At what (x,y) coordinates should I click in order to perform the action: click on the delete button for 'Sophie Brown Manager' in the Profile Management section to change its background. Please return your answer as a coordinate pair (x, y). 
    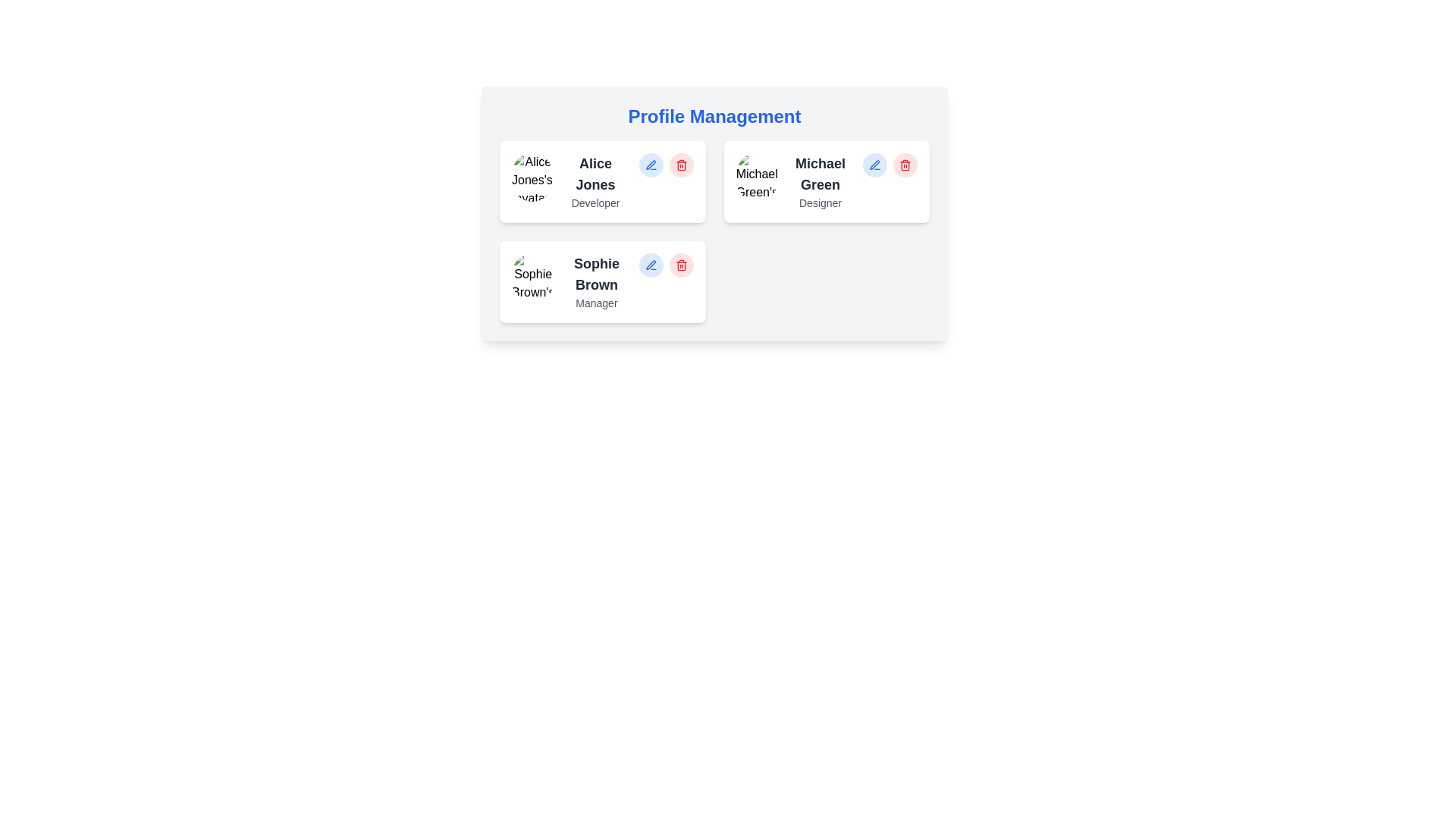
    Looking at the image, I should click on (680, 265).